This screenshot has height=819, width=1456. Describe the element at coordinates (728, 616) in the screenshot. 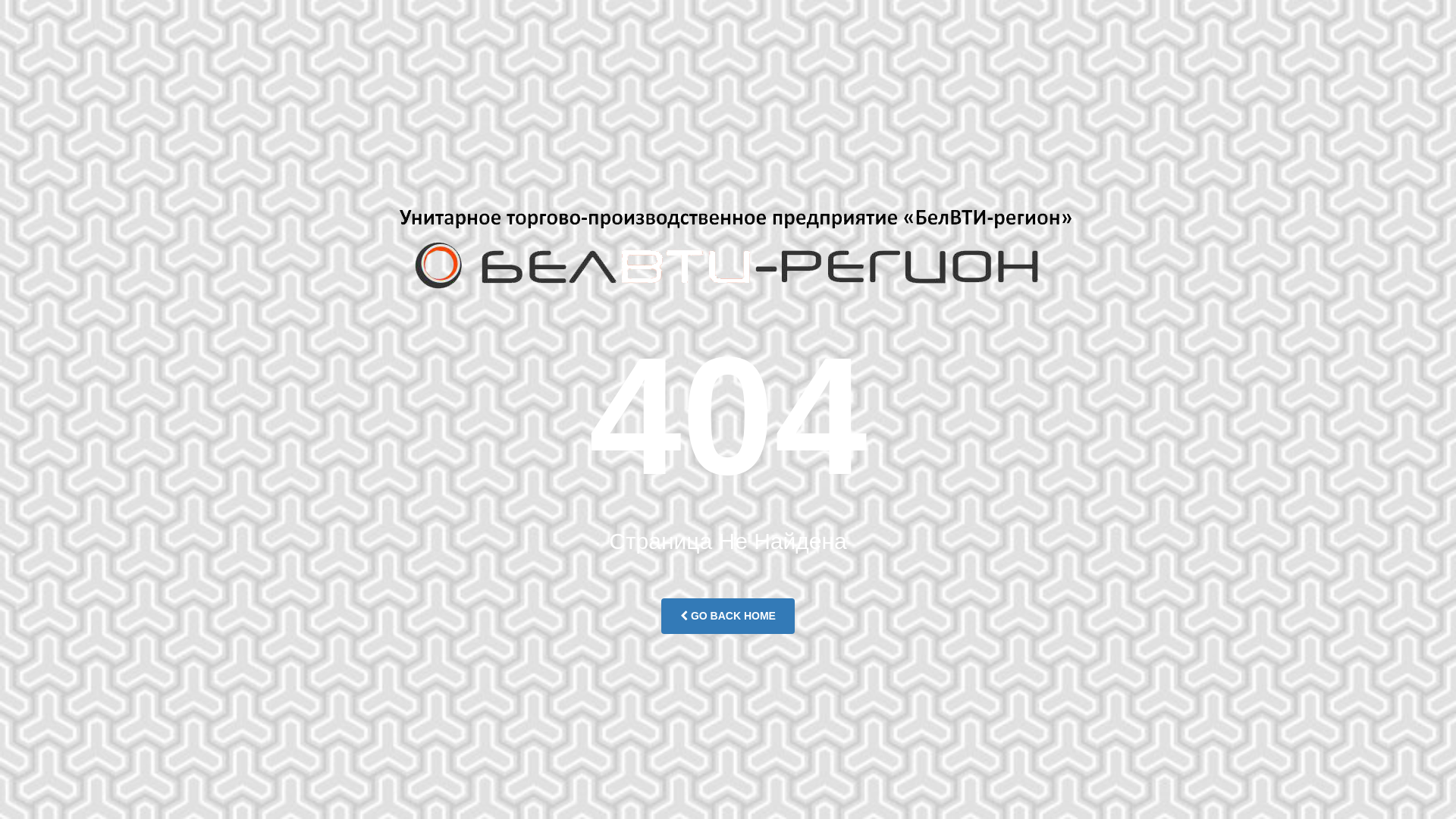

I see `'GO BACK HOME'` at that location.